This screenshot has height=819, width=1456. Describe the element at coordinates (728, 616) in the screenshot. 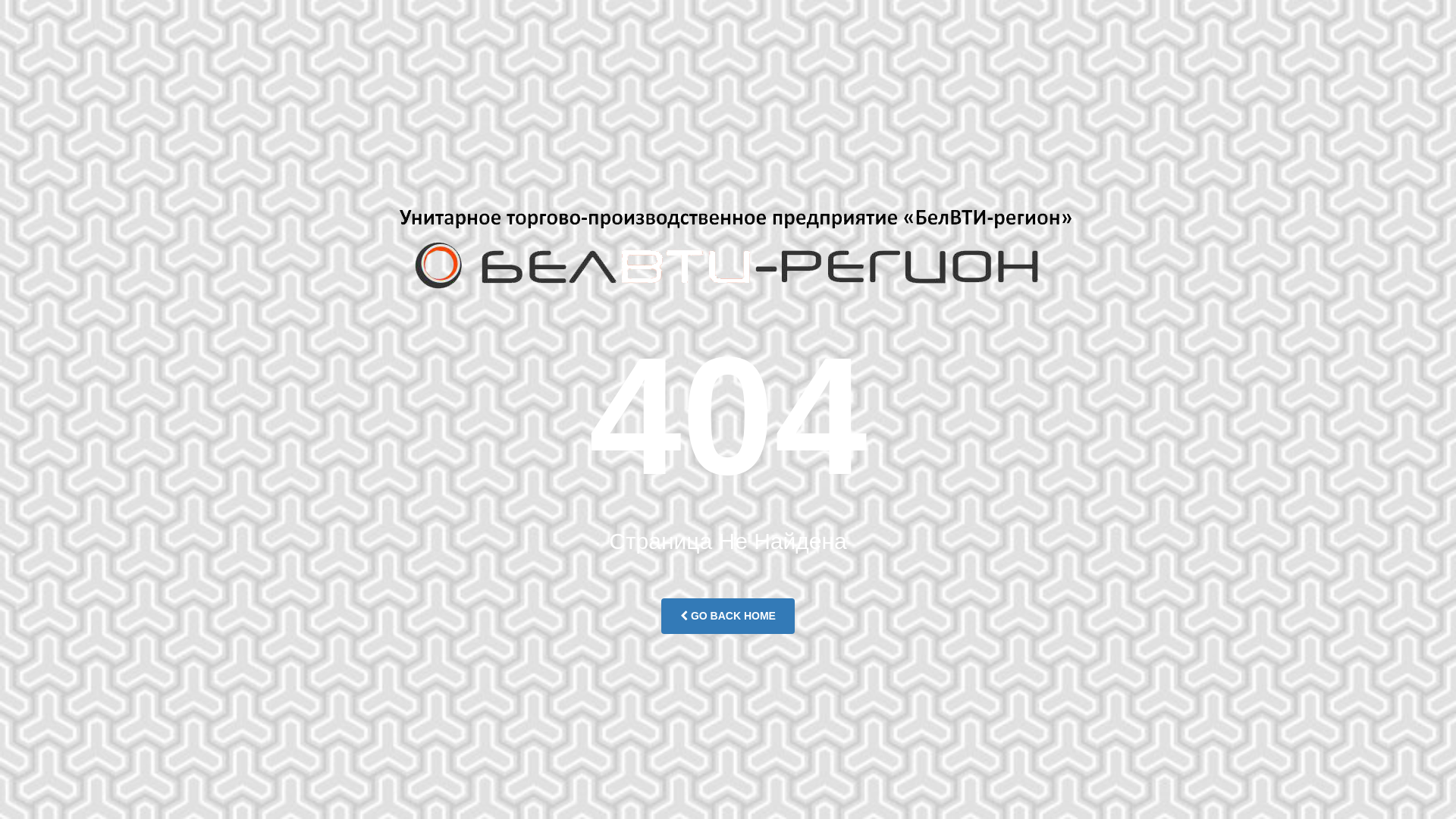

I see `'GO BACK HOME'` at that location.